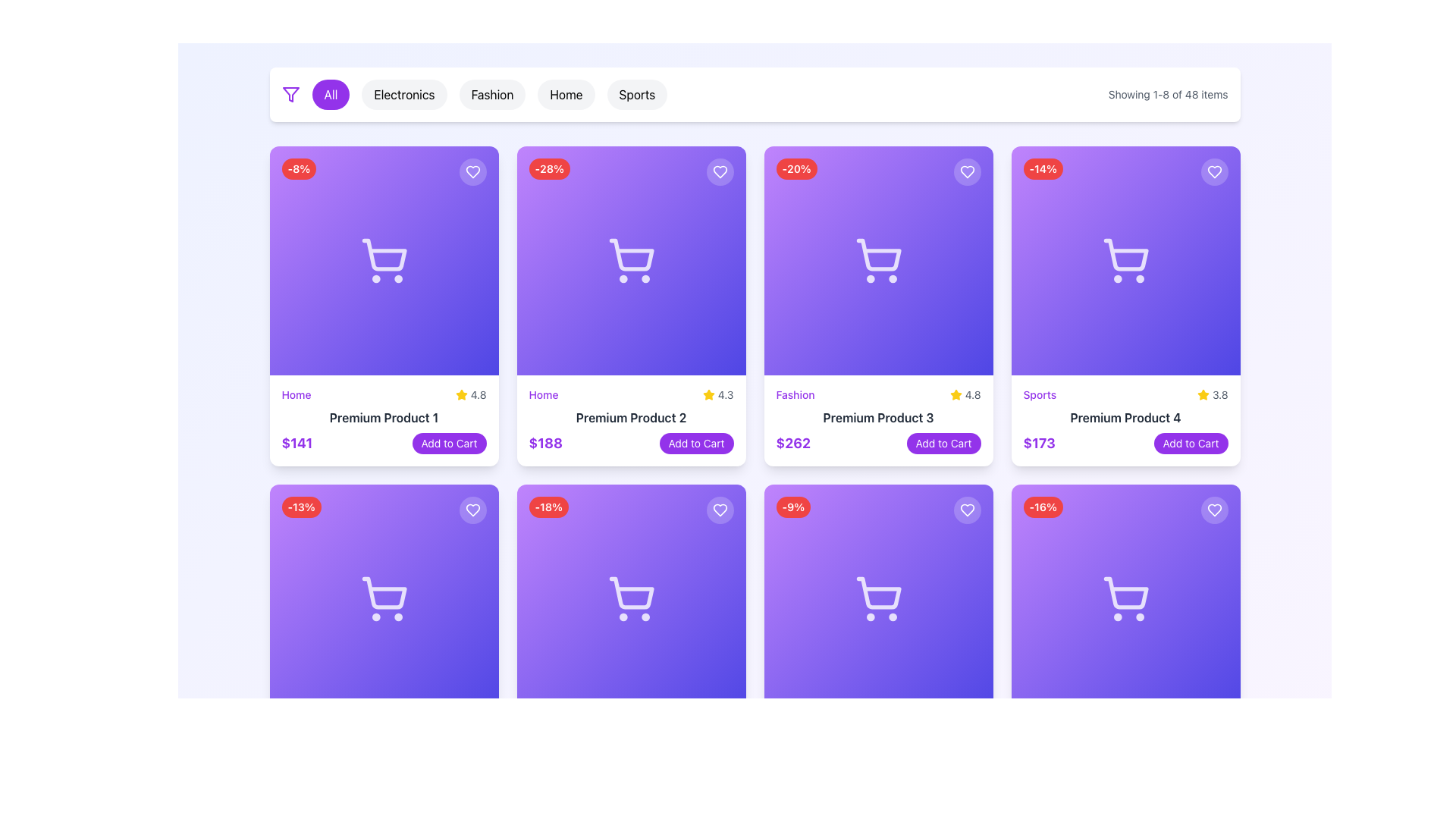  Describe the element at coordinates (966, 171) in the screenshot. I see `the heart-shaped icon with a thin outlined design located at the top-right corner of the third card in the first row` at that location.